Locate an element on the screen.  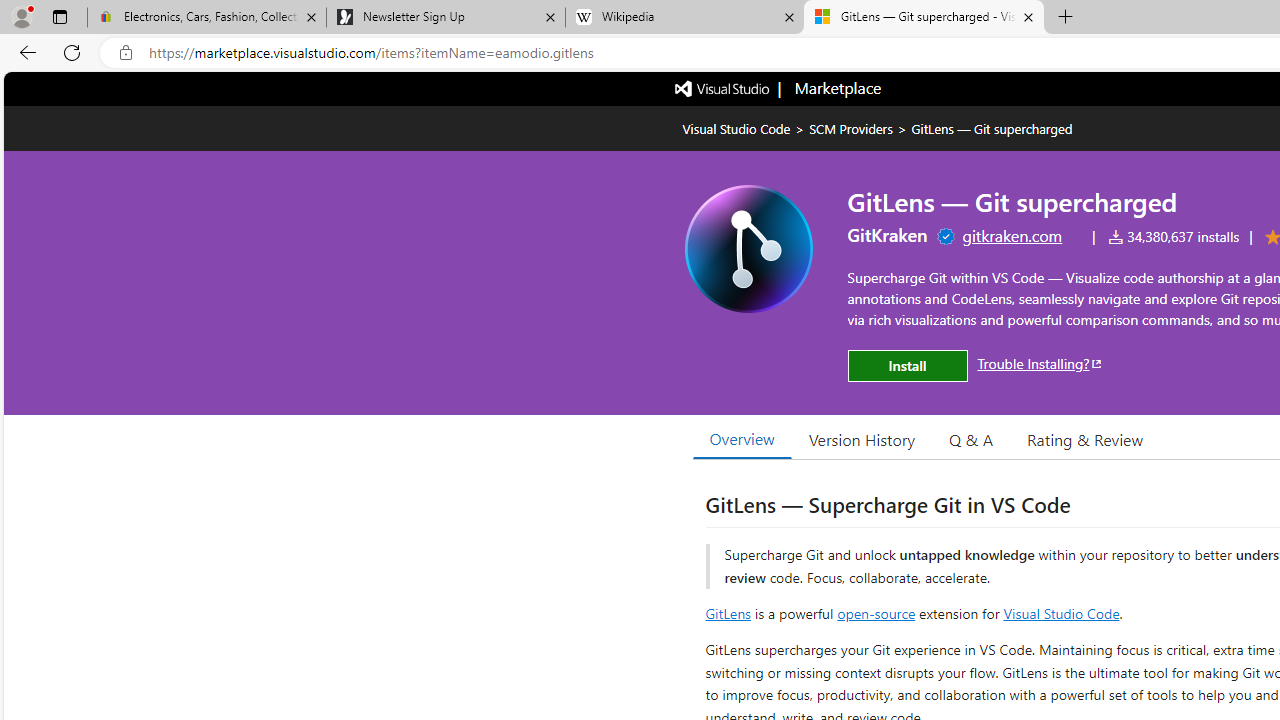
'Q & A' is located at coordinates (971, 438).